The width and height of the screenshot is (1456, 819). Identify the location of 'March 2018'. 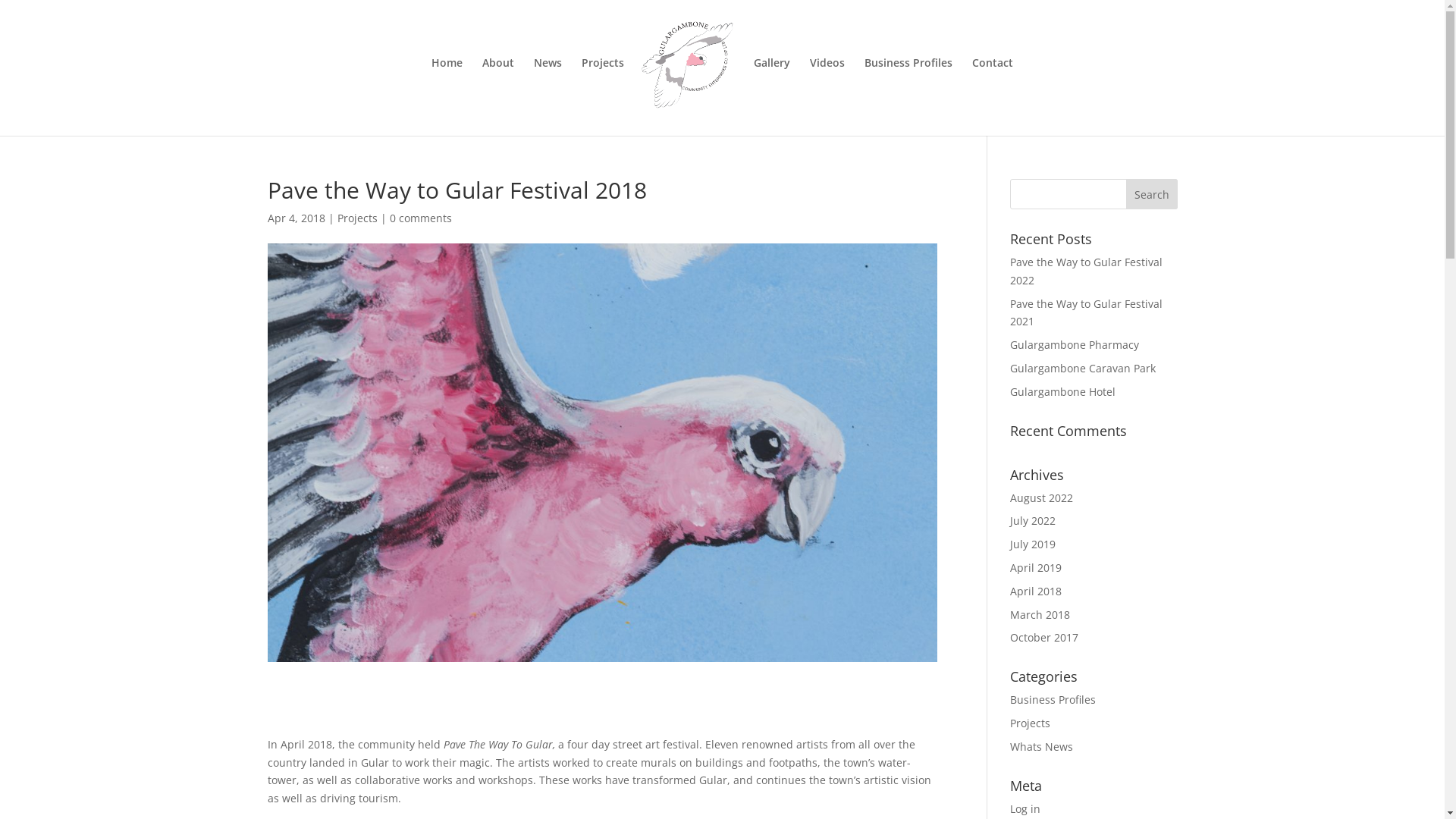
(1039, 614).